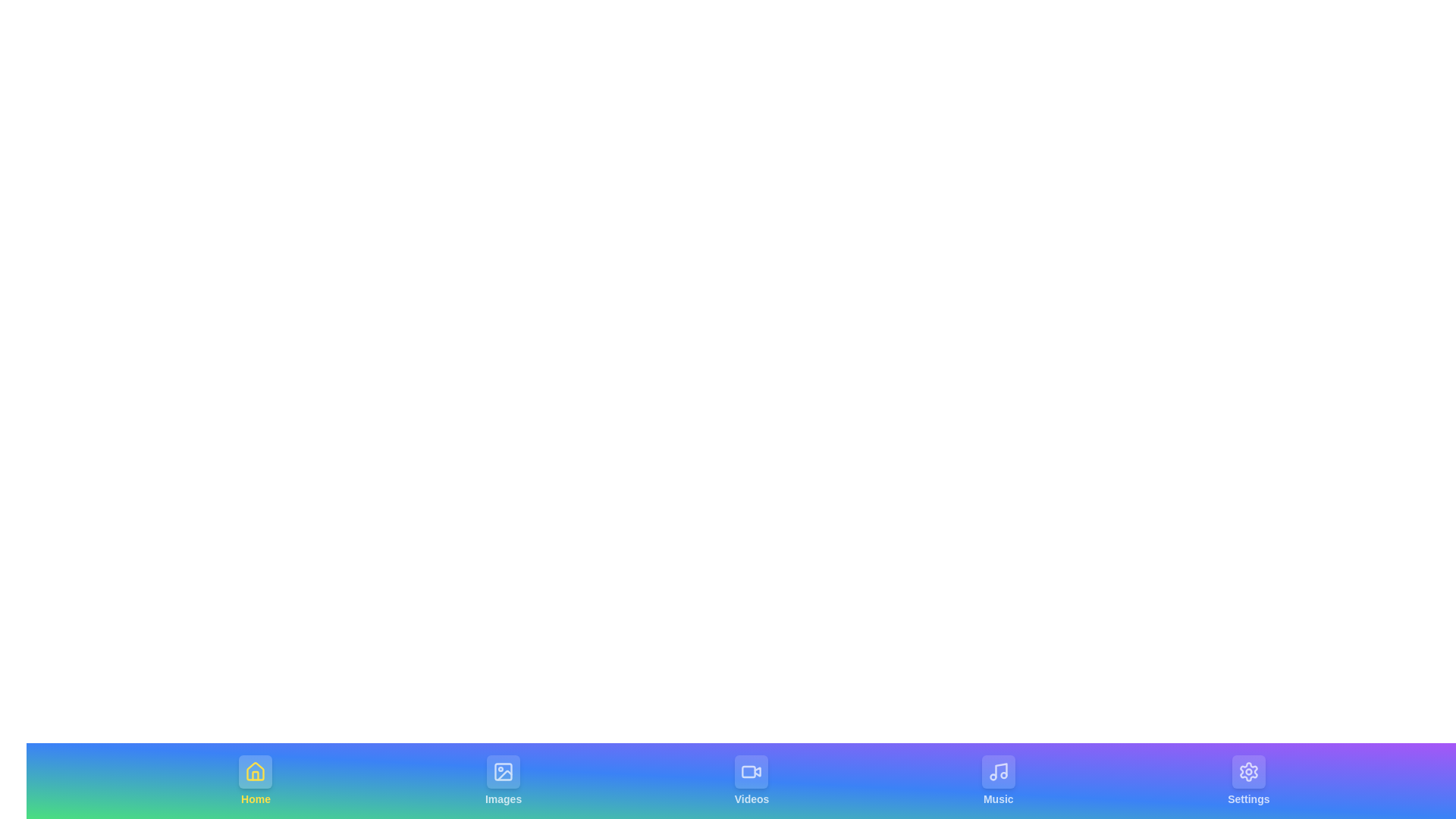 Image resolution: width=1456 pixels, height=819 pixels. Describe the element at coordinates (256, 780) in the screenshot. I see `the tab corresponding to Home` at that location.